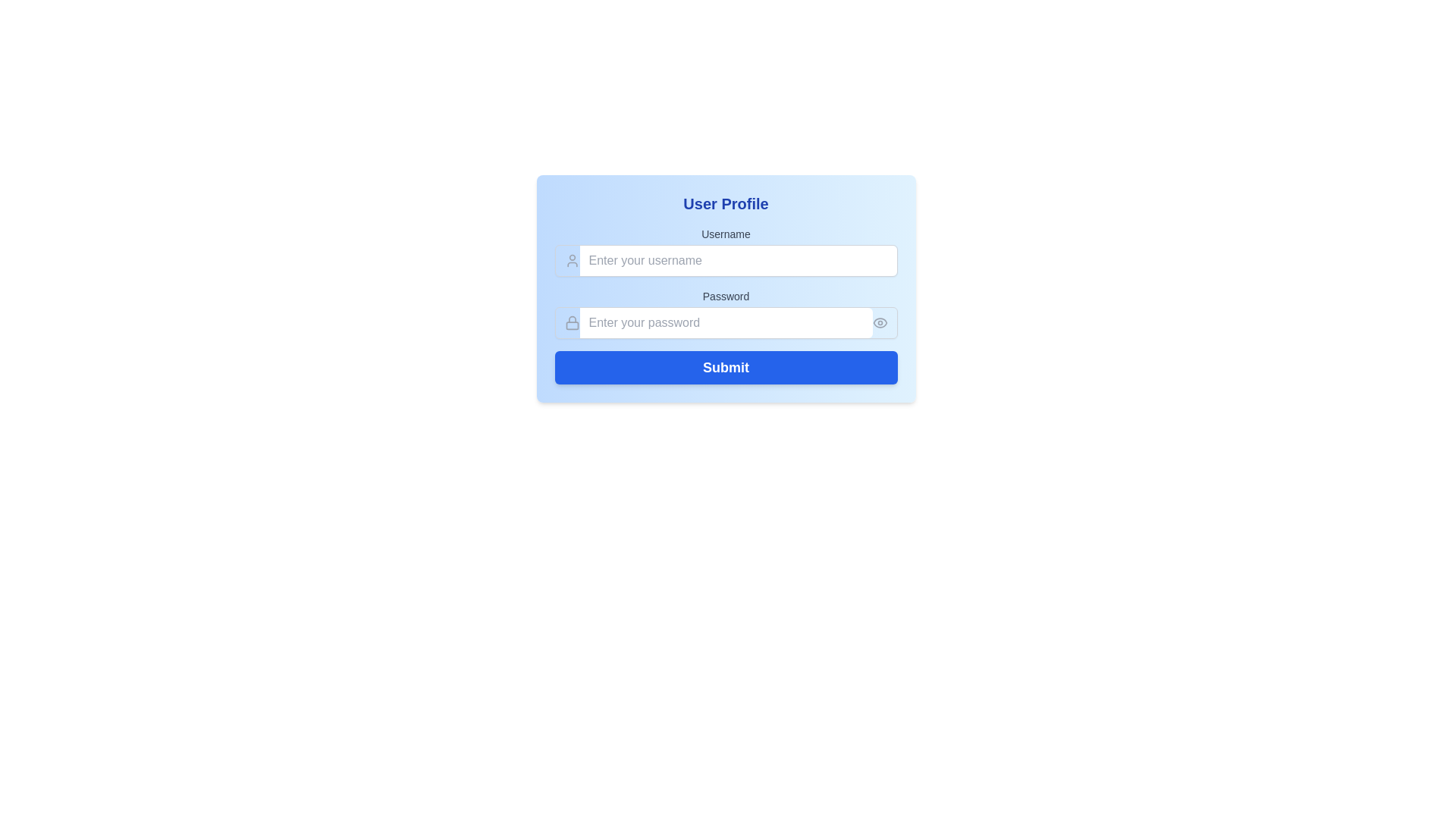 The image size is (1456, 819). What do you see at coordinates (884, 322) in the screenshot?
I see `the eye icon button located at the far-right end of the password field` at bounding box center [884, 322].